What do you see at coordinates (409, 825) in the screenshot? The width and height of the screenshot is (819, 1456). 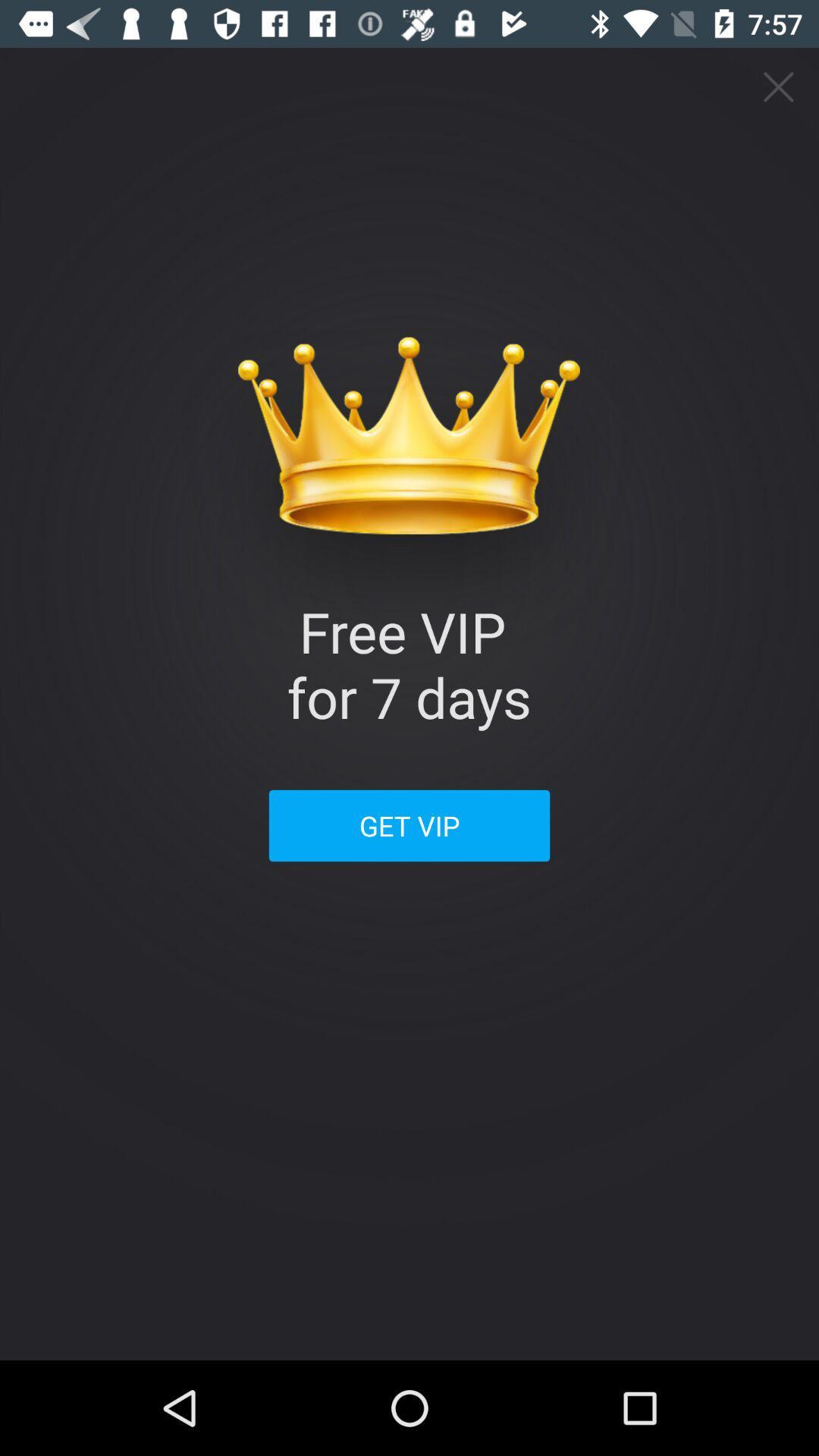 I see `app below free vip for` at bounding box center [409, 825].